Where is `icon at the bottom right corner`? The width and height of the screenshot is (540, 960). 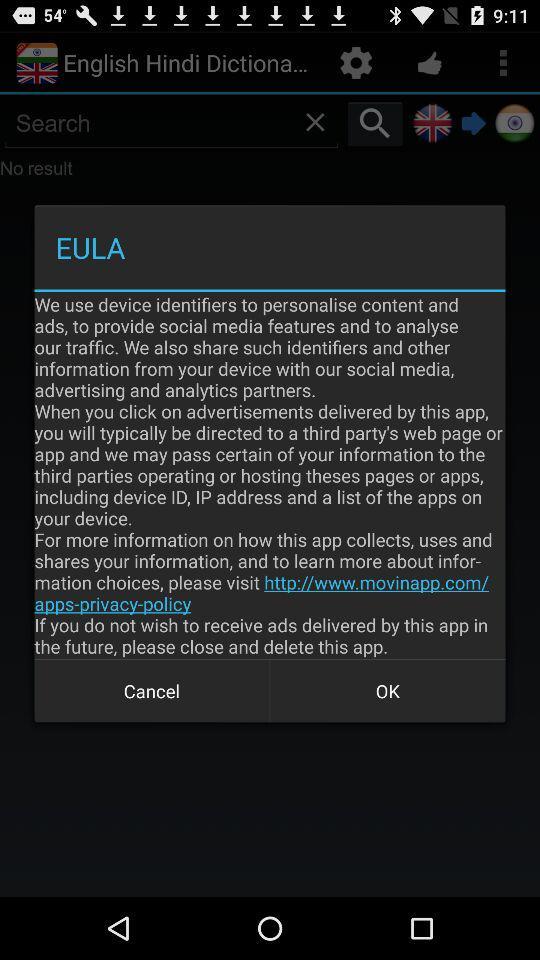 icon at the bottom right corner is located at coordinates (387, 691).